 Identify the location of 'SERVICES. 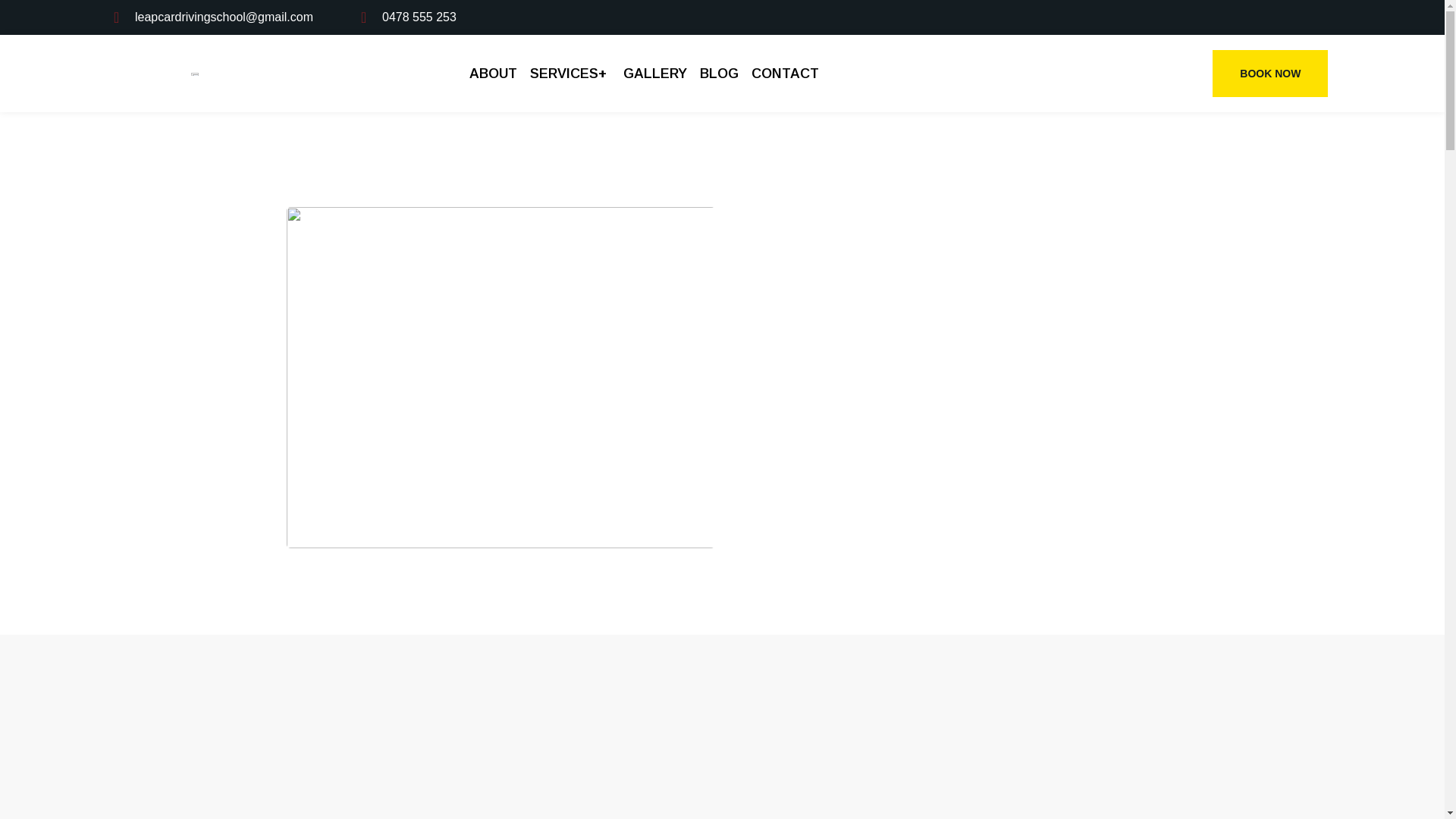
(570, 73).